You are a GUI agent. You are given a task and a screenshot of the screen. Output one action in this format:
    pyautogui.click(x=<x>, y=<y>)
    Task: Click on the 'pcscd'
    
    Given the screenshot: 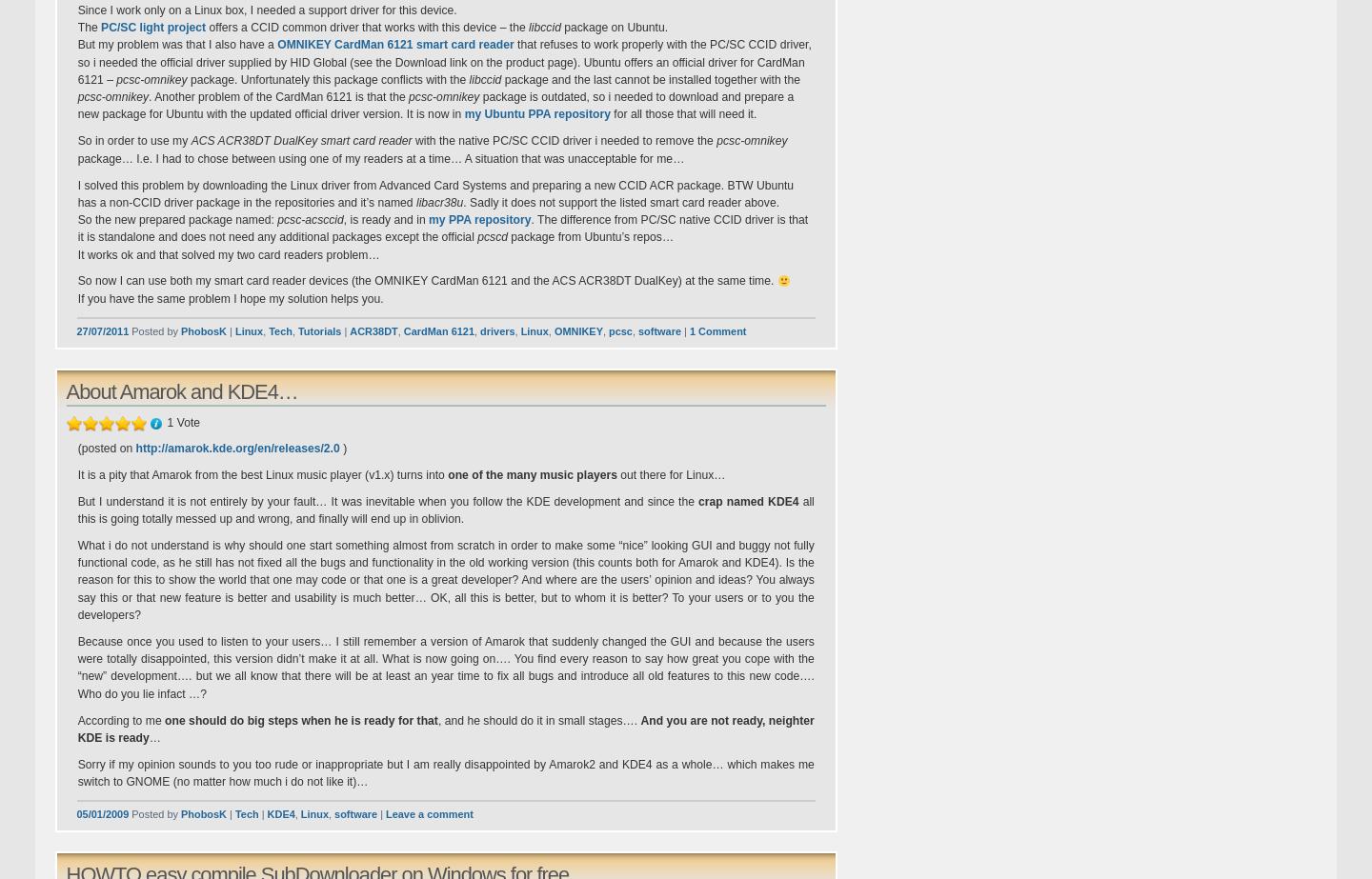 What is the action you would take?
    pyautogui.click(x=491, y=237)
    